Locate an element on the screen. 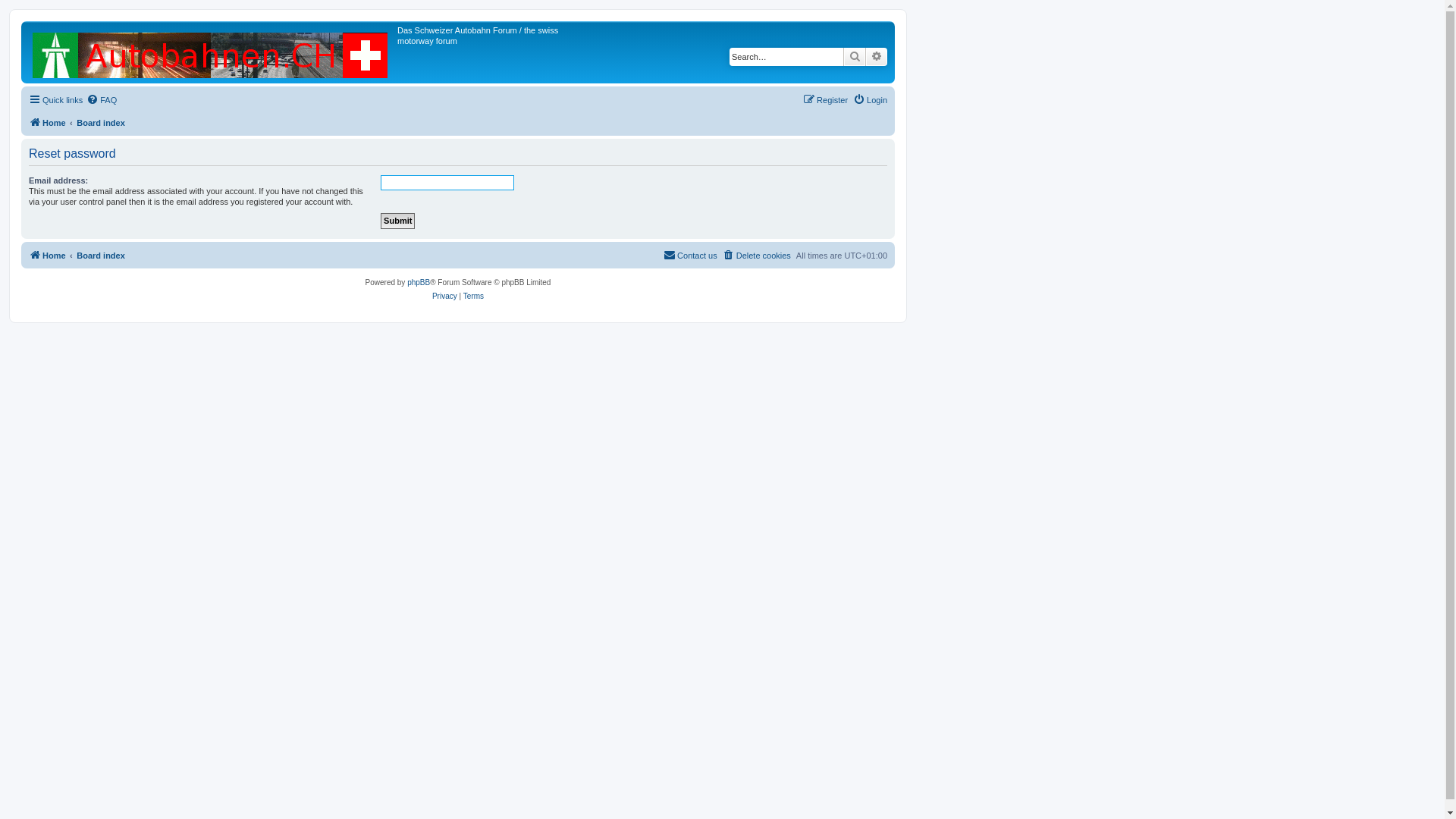 The width and height of the screenshot is (1456, 819). 'phpBB' is located at coordinates (419, 283).